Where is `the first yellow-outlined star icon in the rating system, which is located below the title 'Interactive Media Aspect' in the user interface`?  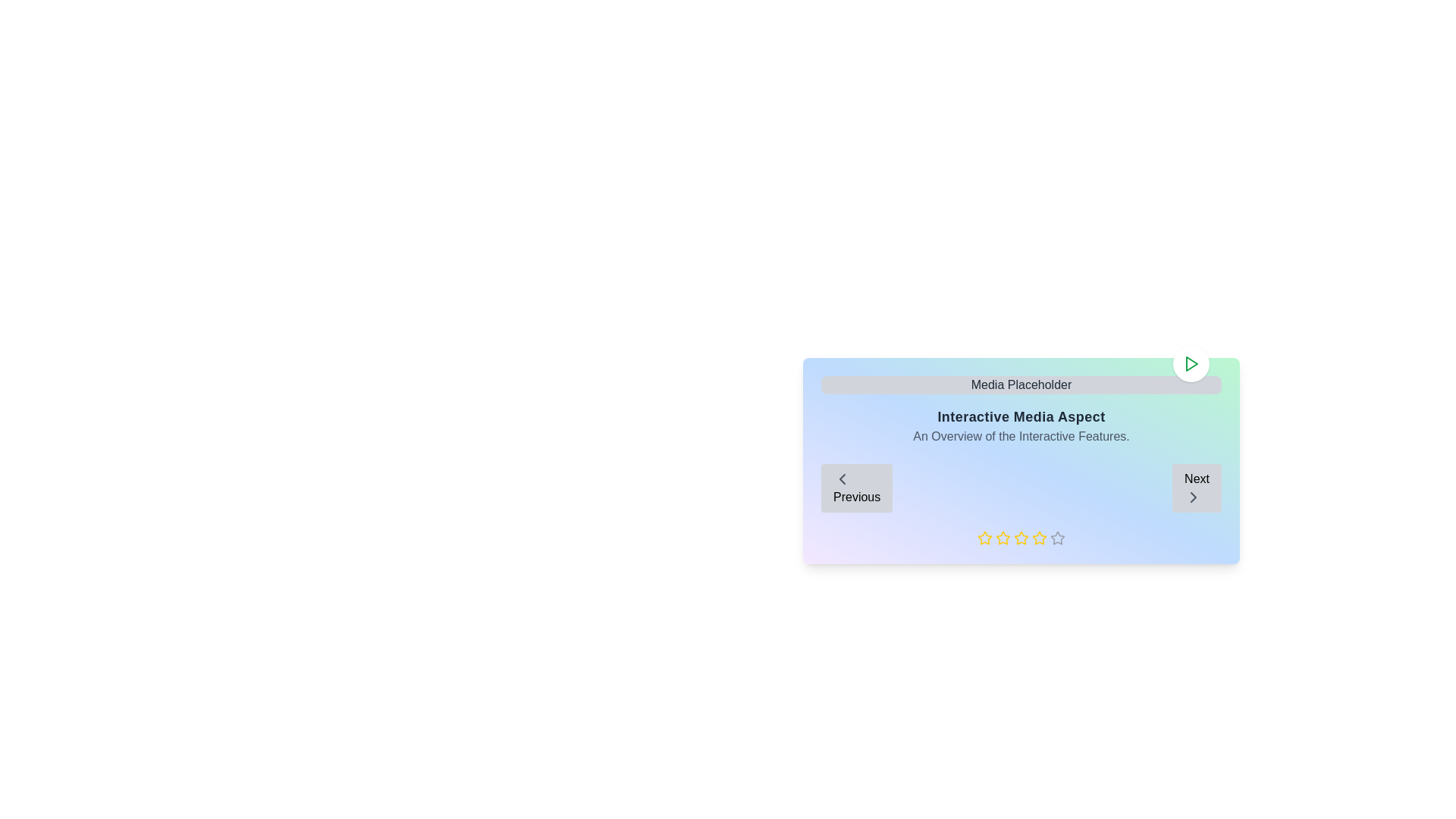 the first yellow-outlined star icon in the rating system, which is located below the title 'Interactive Media Aspect' in the user interface is located at coordinates (985, 537).